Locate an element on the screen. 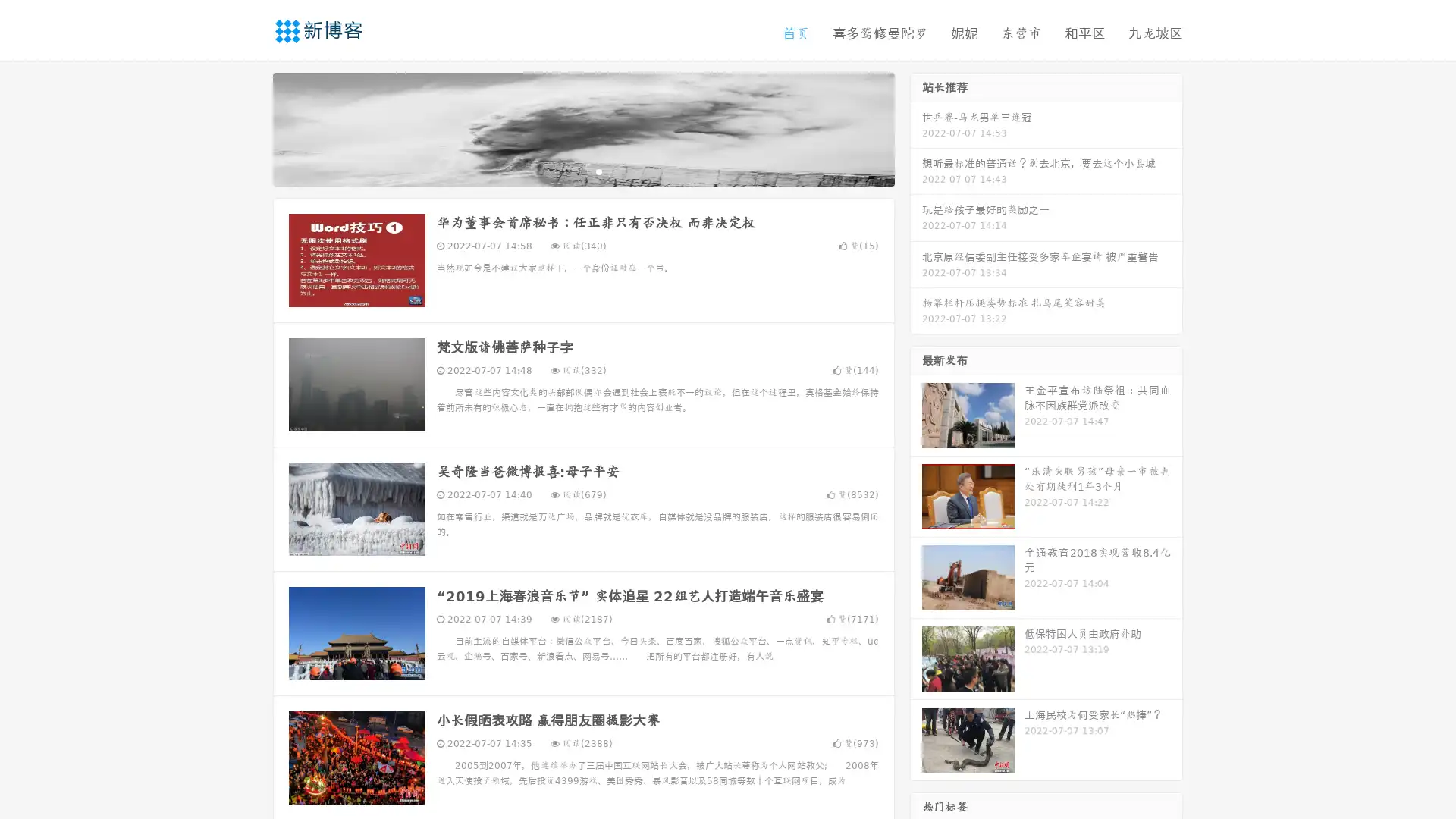 Image resolution: width=1456 pixels, height=819 pixels. Go to slide 2 is located at coordinates (582, 171).